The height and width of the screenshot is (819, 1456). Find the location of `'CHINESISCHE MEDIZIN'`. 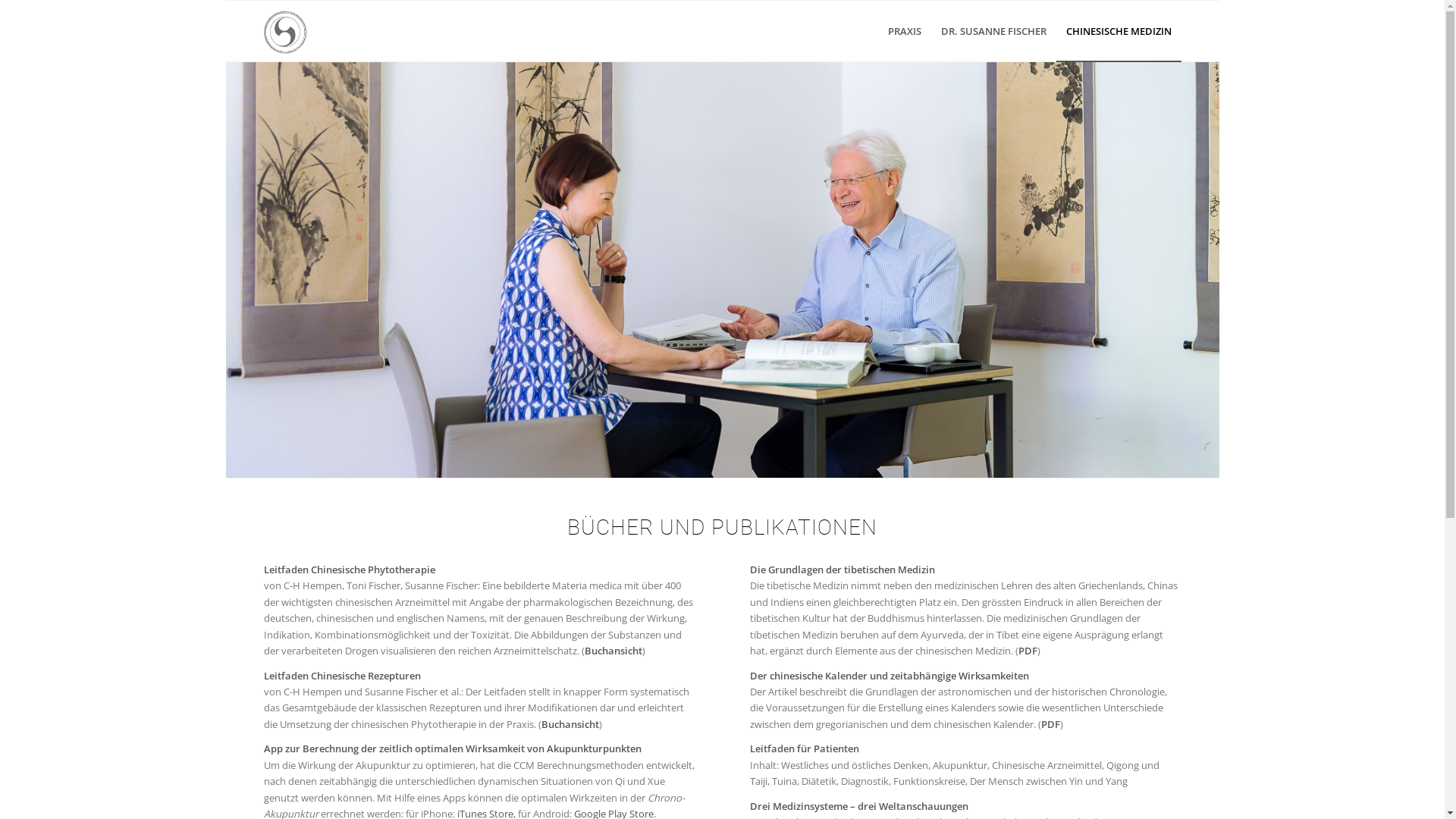

'CHINESISCHE MEDIZIN' is located at coordinates (1118, 31).